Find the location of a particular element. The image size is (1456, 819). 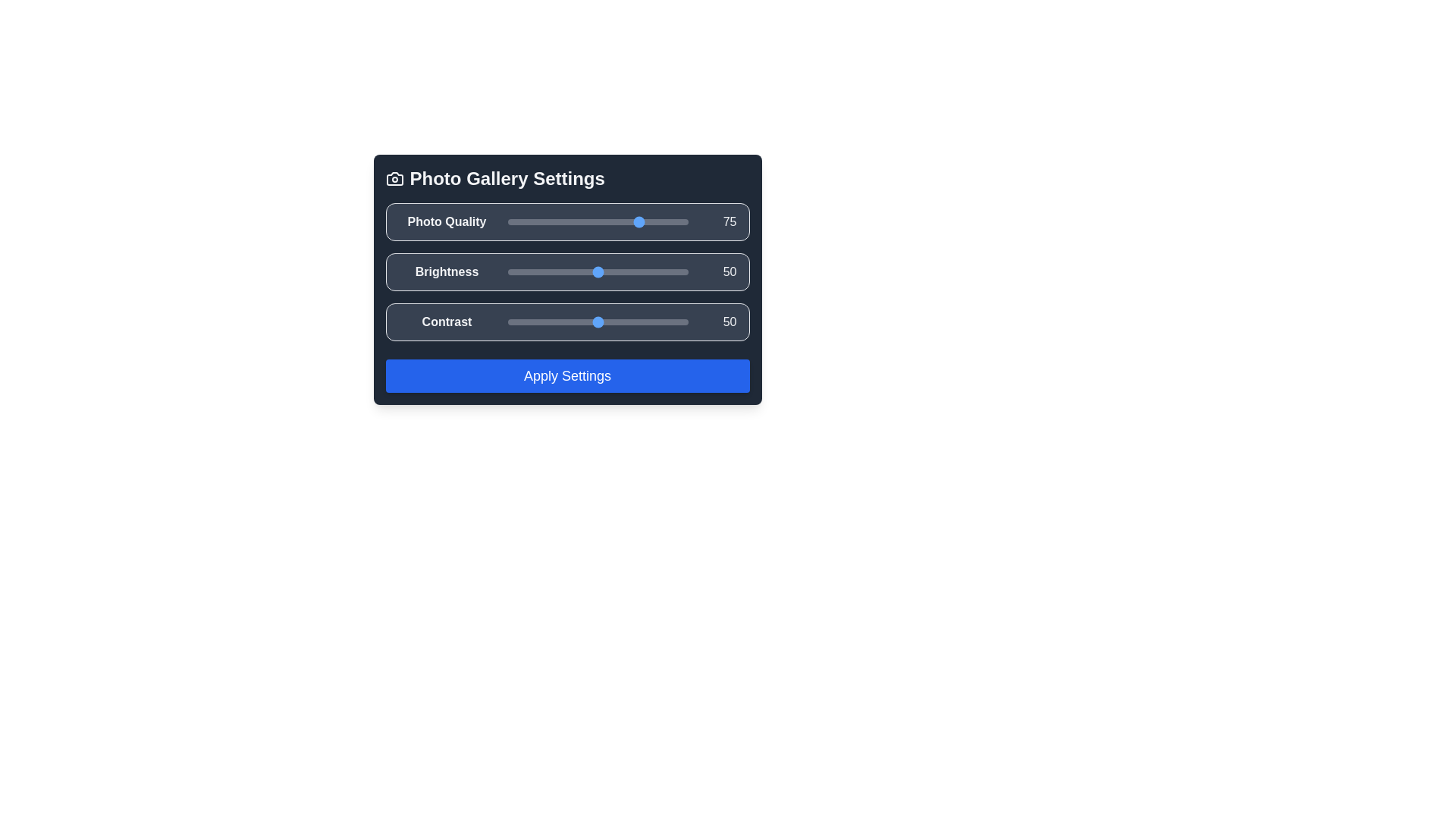

the brightness level is located at coordinates (666, 271).